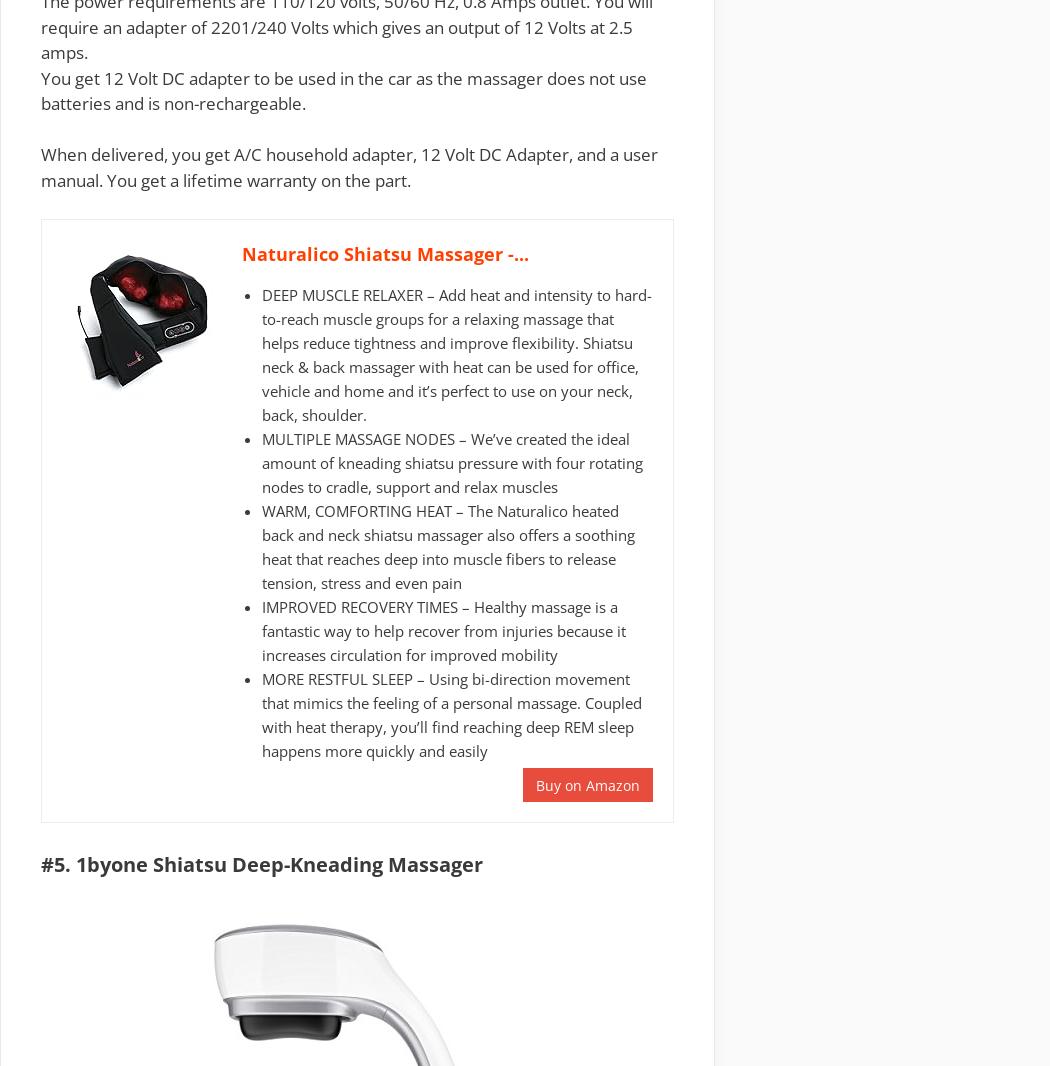  I want to click on 'Buy on Amazon', so click(587, 784).